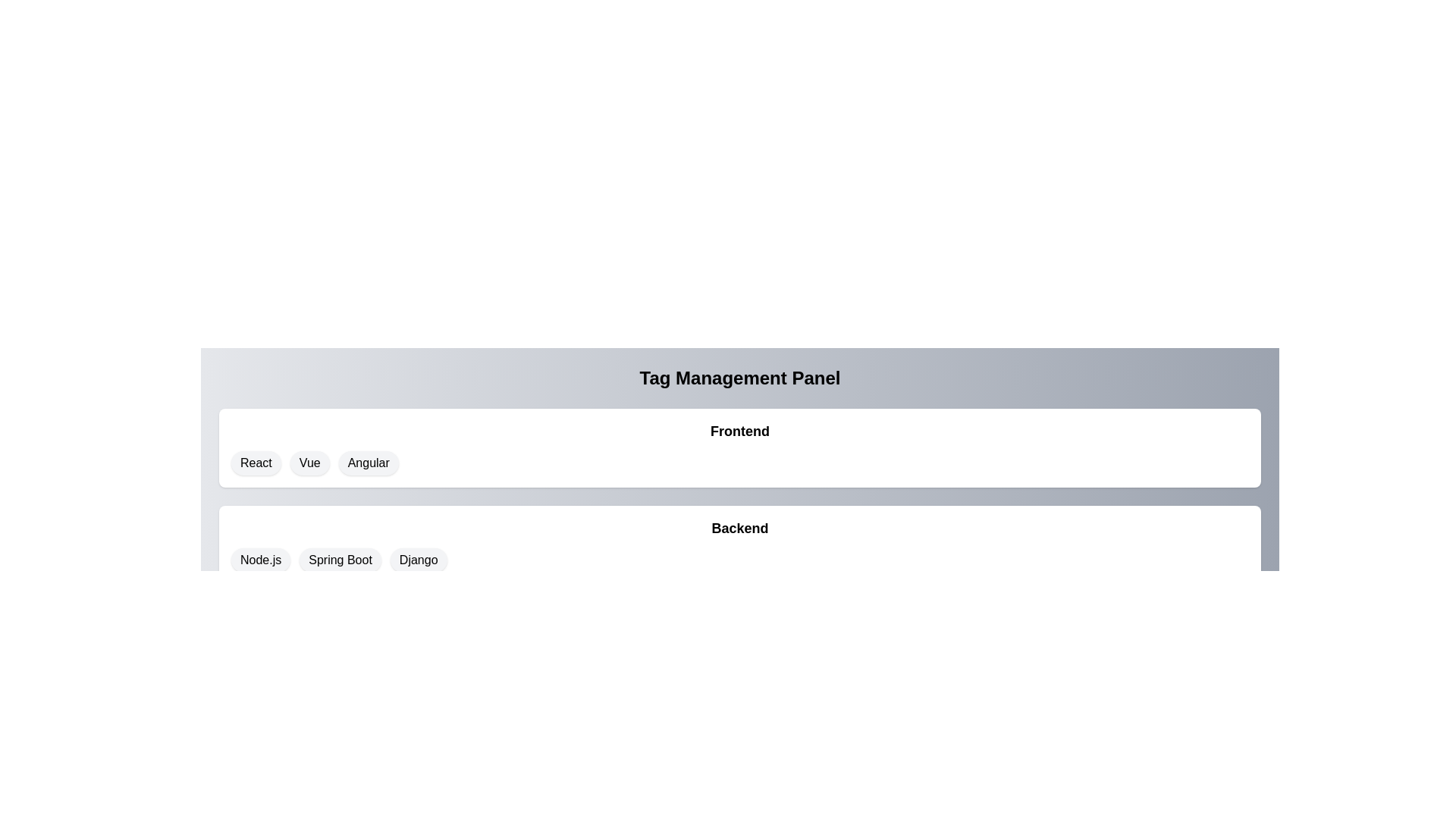  I want to click on the 'Spring Boot' button, which is the second button in a horizontal group of three buttons, so click(340, 560).